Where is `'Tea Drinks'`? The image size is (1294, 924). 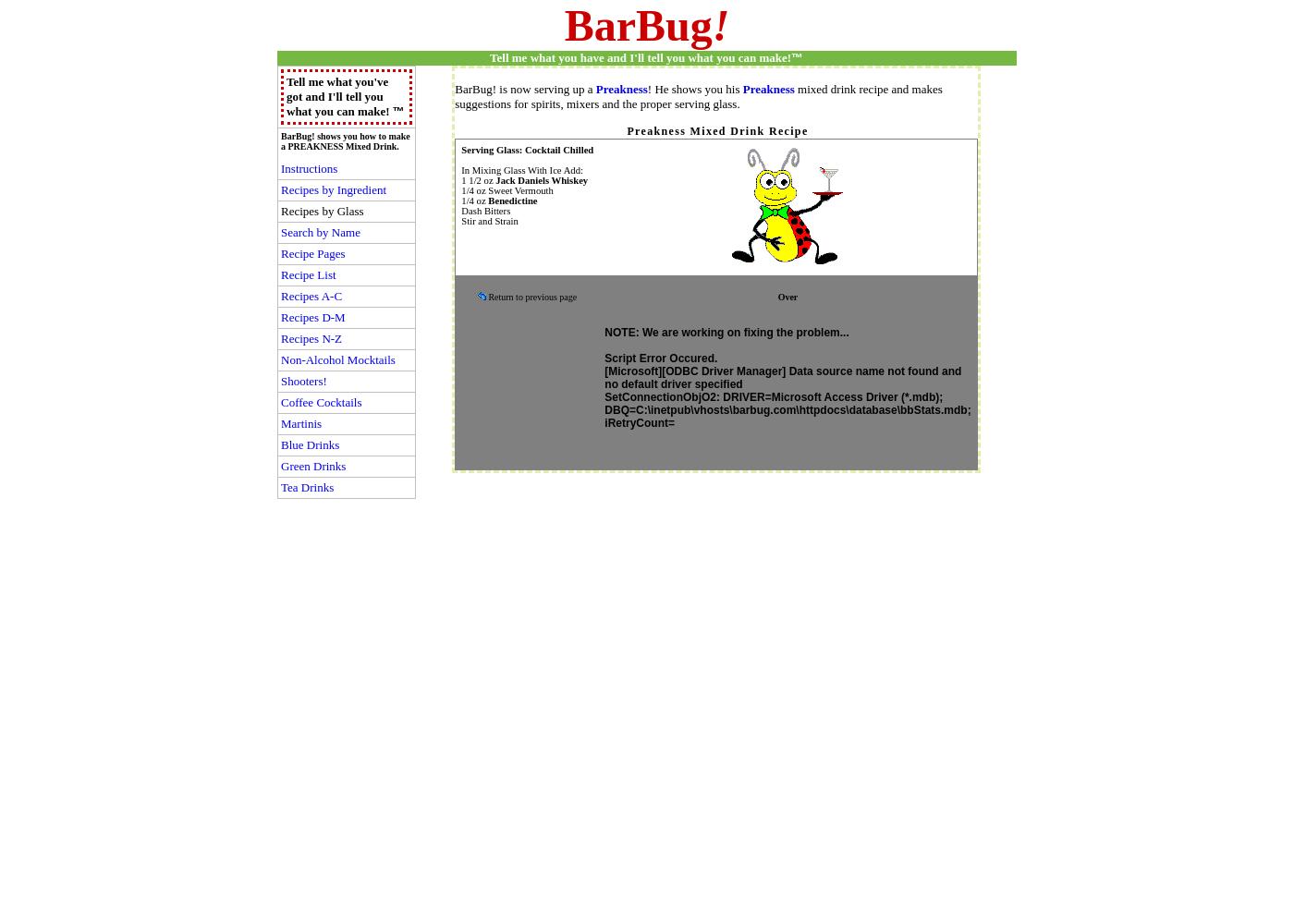 'Tea Drinks' is located at coordinates (280, 487).